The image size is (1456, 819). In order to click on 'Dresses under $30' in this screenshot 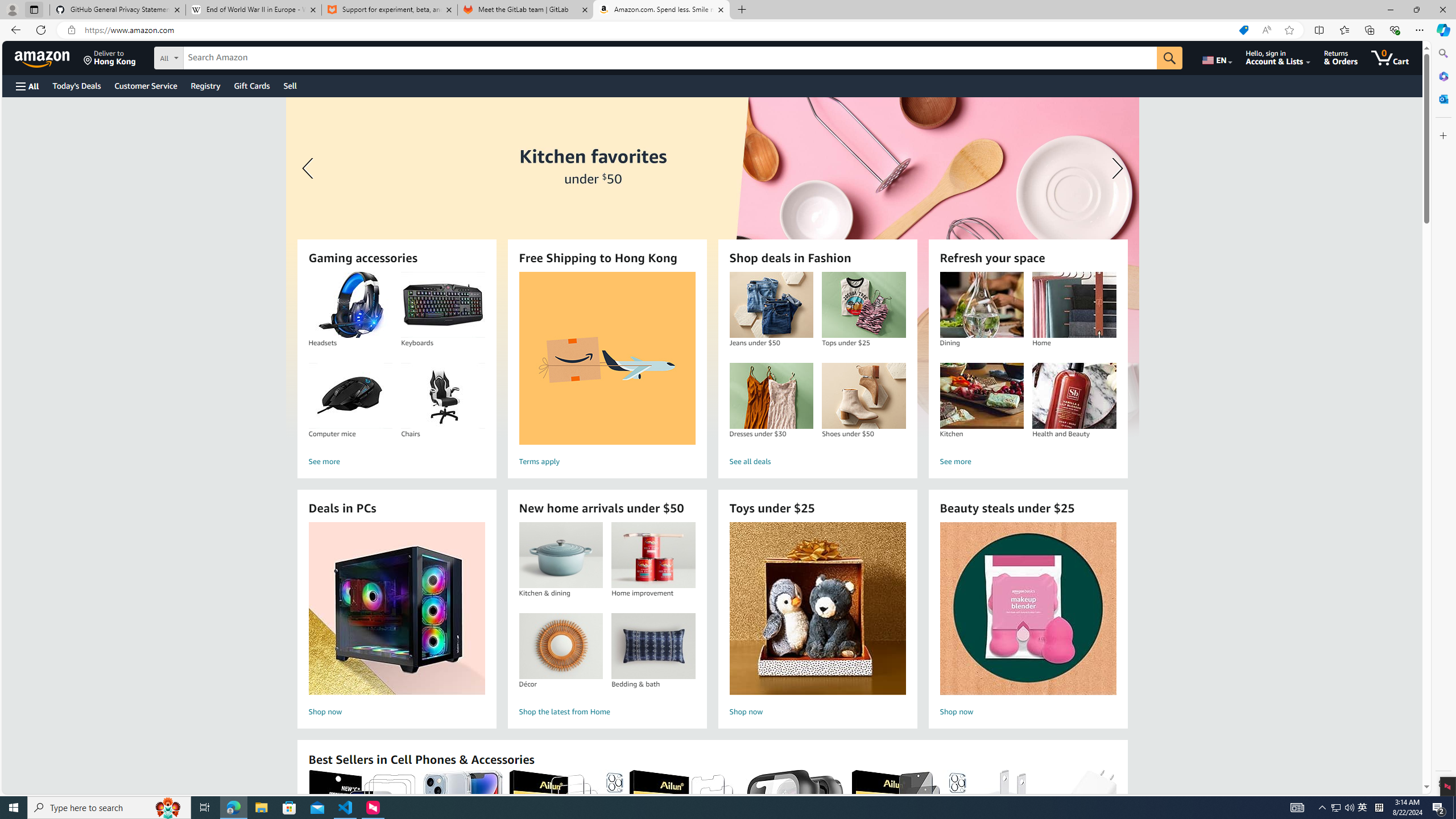, I will do `click(770, 396)`.